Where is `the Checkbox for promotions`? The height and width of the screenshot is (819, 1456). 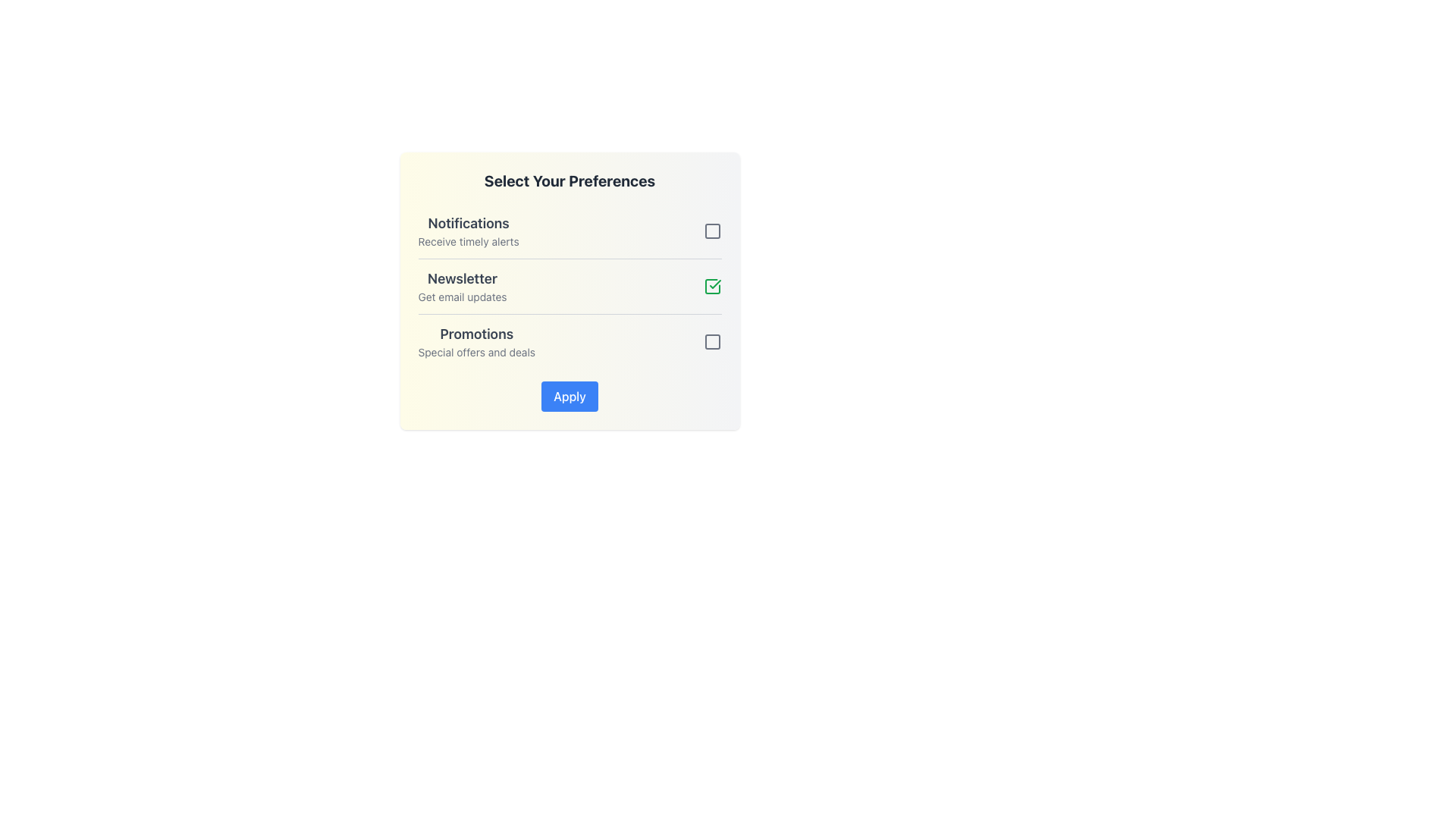 the Checkbox for promotions is located at coordinates (569, 341).